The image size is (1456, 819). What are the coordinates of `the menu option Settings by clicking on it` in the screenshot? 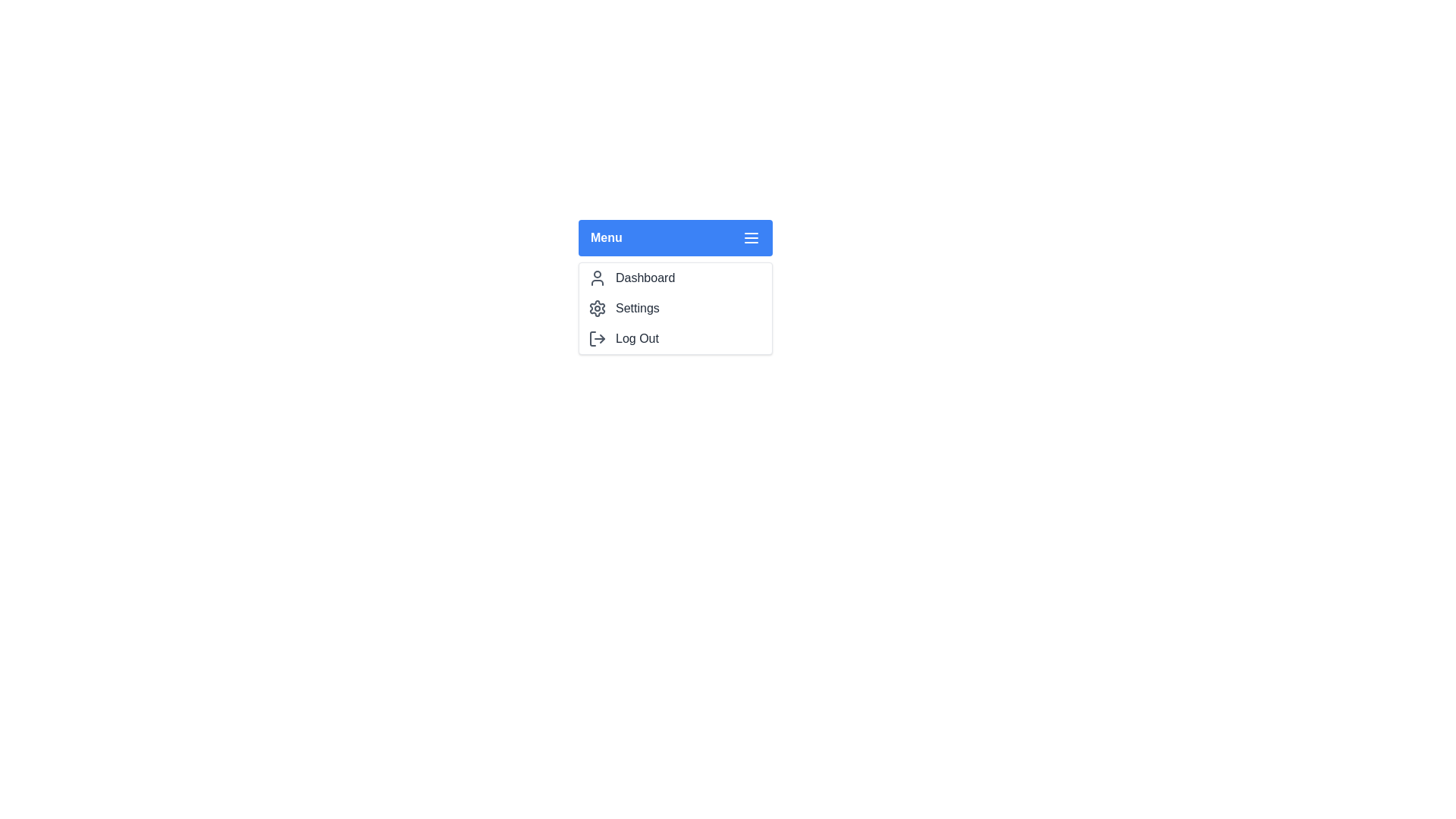 It's located at (675, 308).